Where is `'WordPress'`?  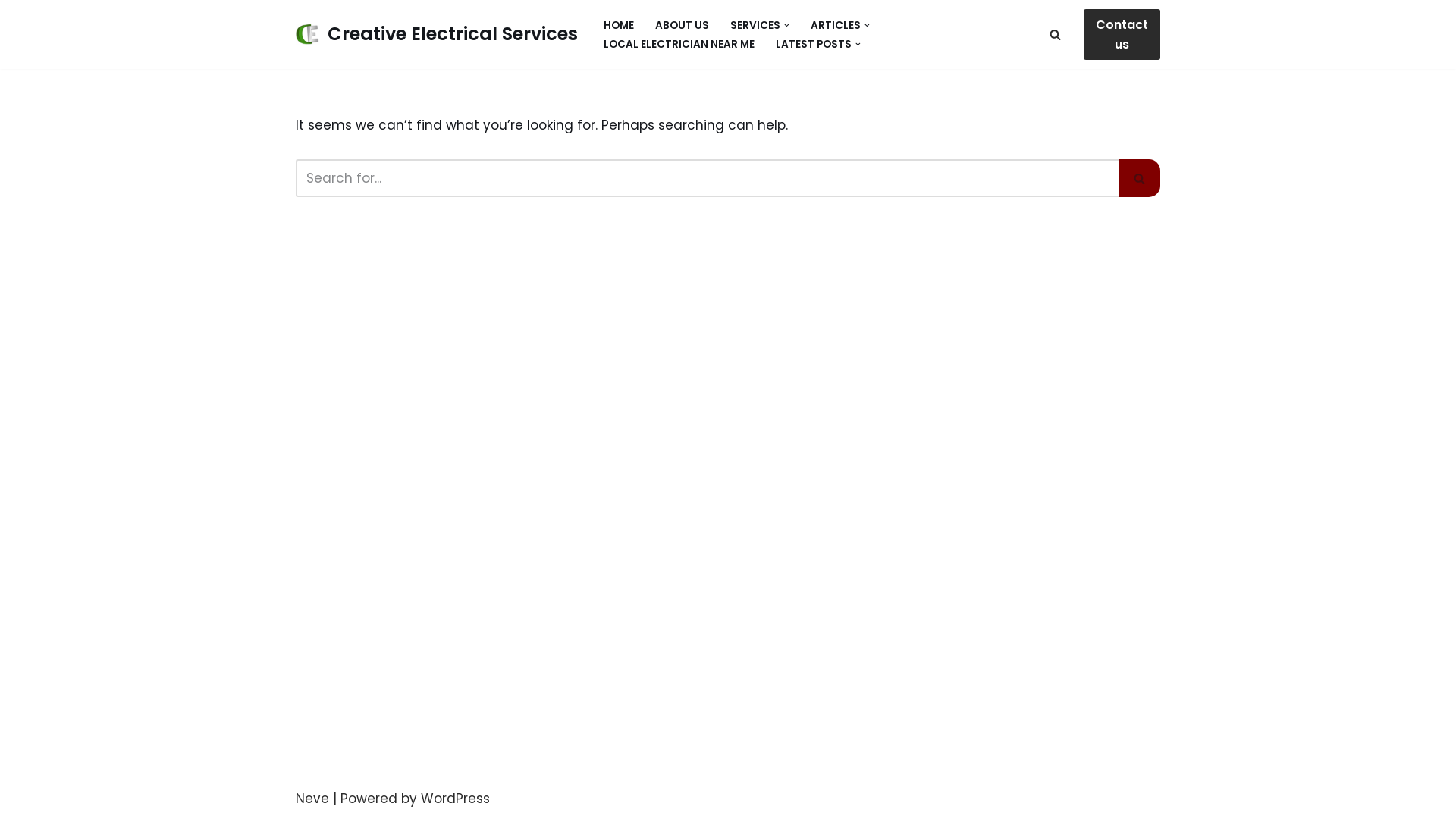
'WordPress' is located at coordinates (454, 798).